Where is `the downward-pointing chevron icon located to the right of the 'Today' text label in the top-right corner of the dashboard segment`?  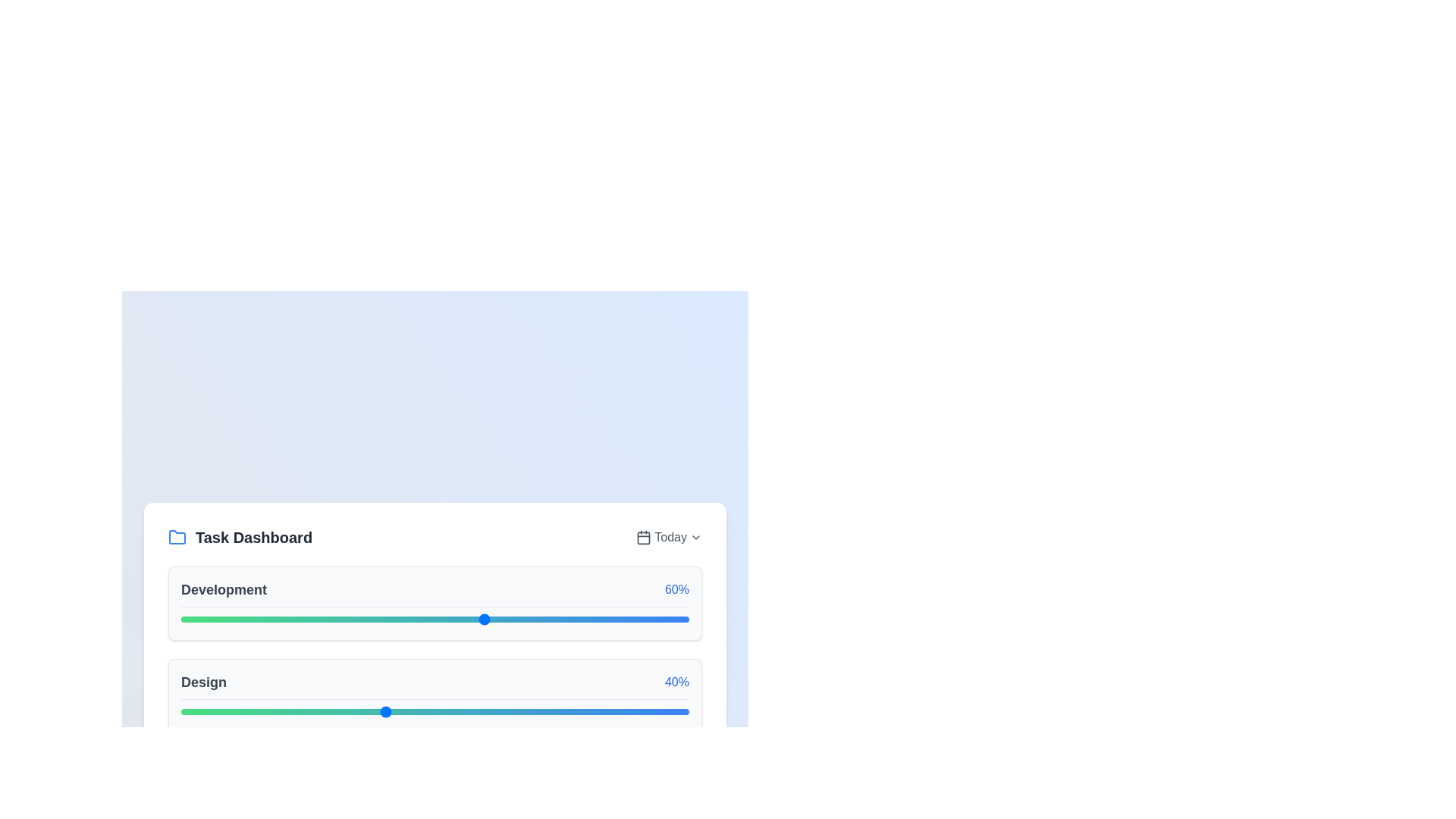 the downward-pointing chevron icon located to the right of the 'Today' text label in the top-right corner of the dashboard segment is located at coordinates (695, 537).